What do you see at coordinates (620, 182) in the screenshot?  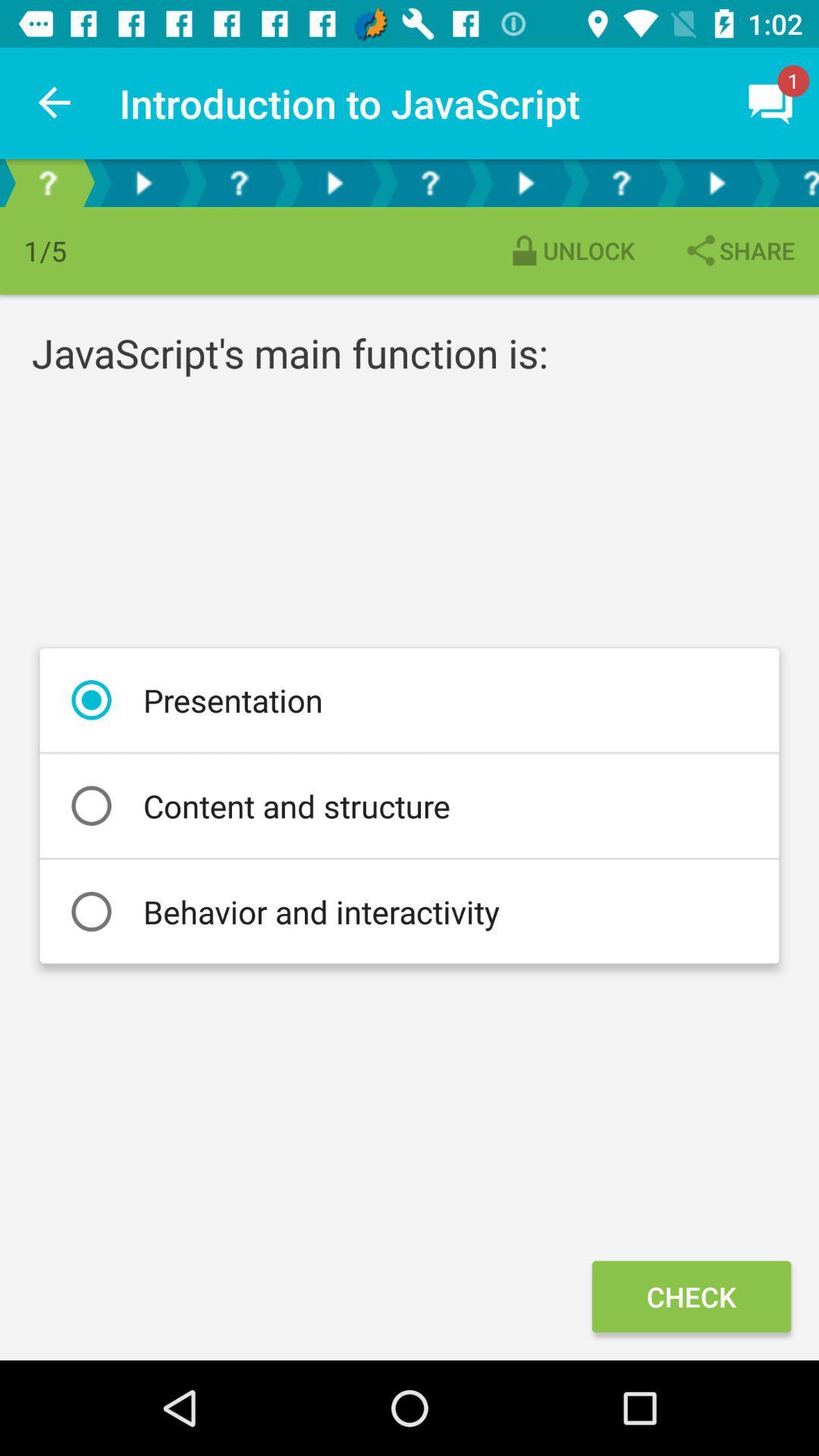 I see `question` at bounding box center [620, 182].